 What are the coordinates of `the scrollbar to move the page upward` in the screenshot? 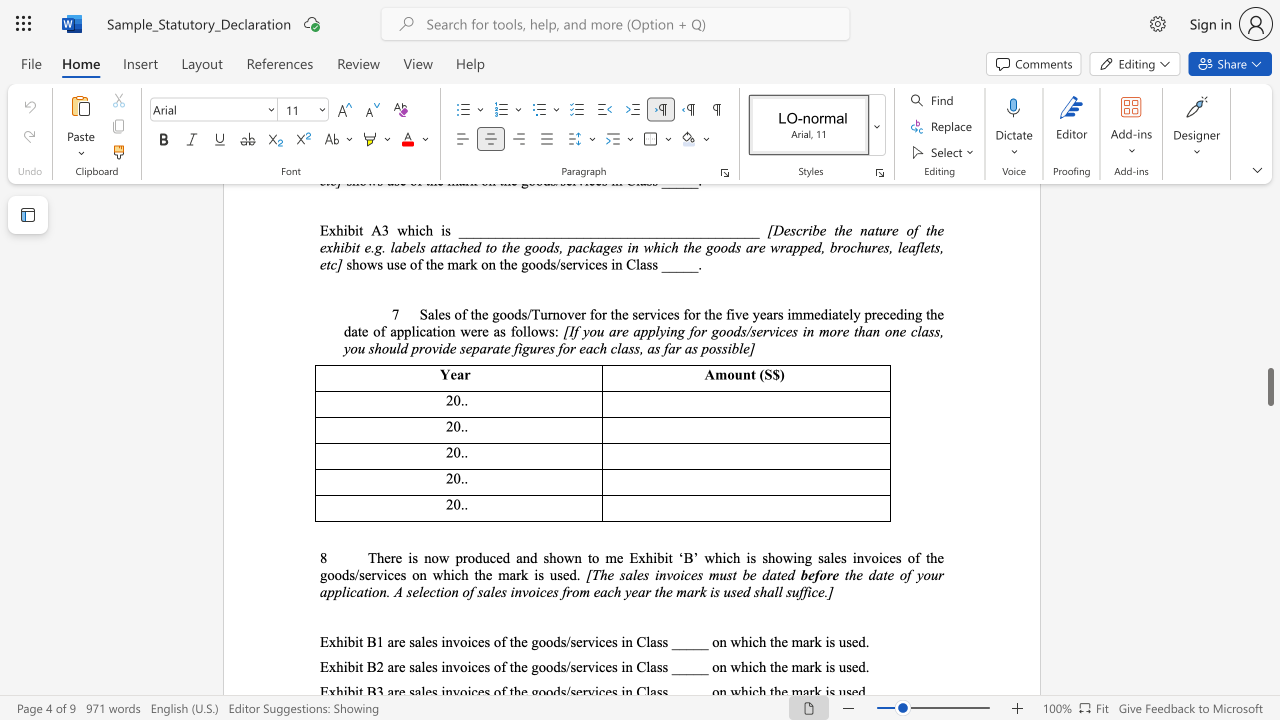 It's located at (1269, 258).